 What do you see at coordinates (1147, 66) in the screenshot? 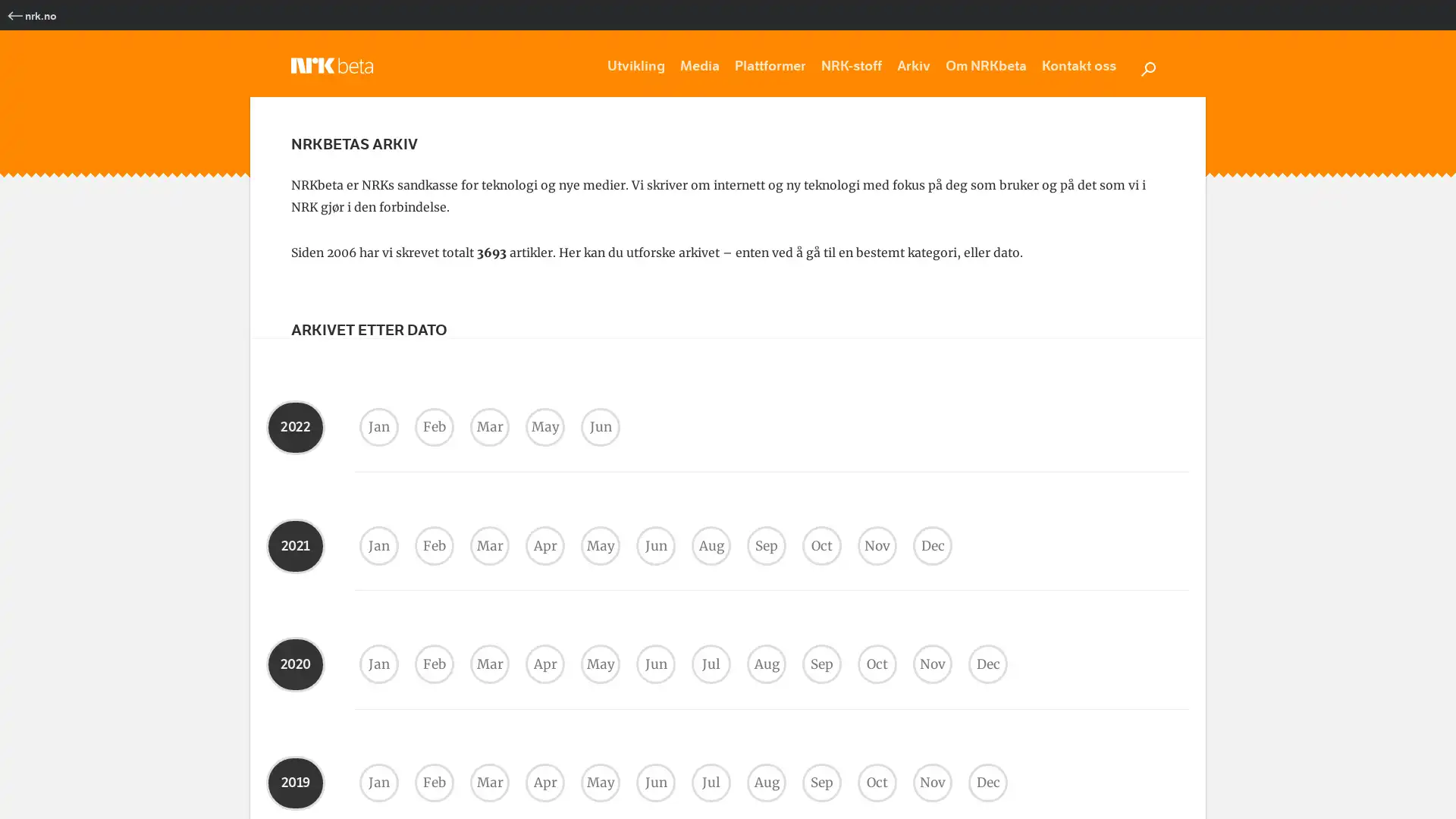
I see `Apne sk` at bounding box center [1147, 66].